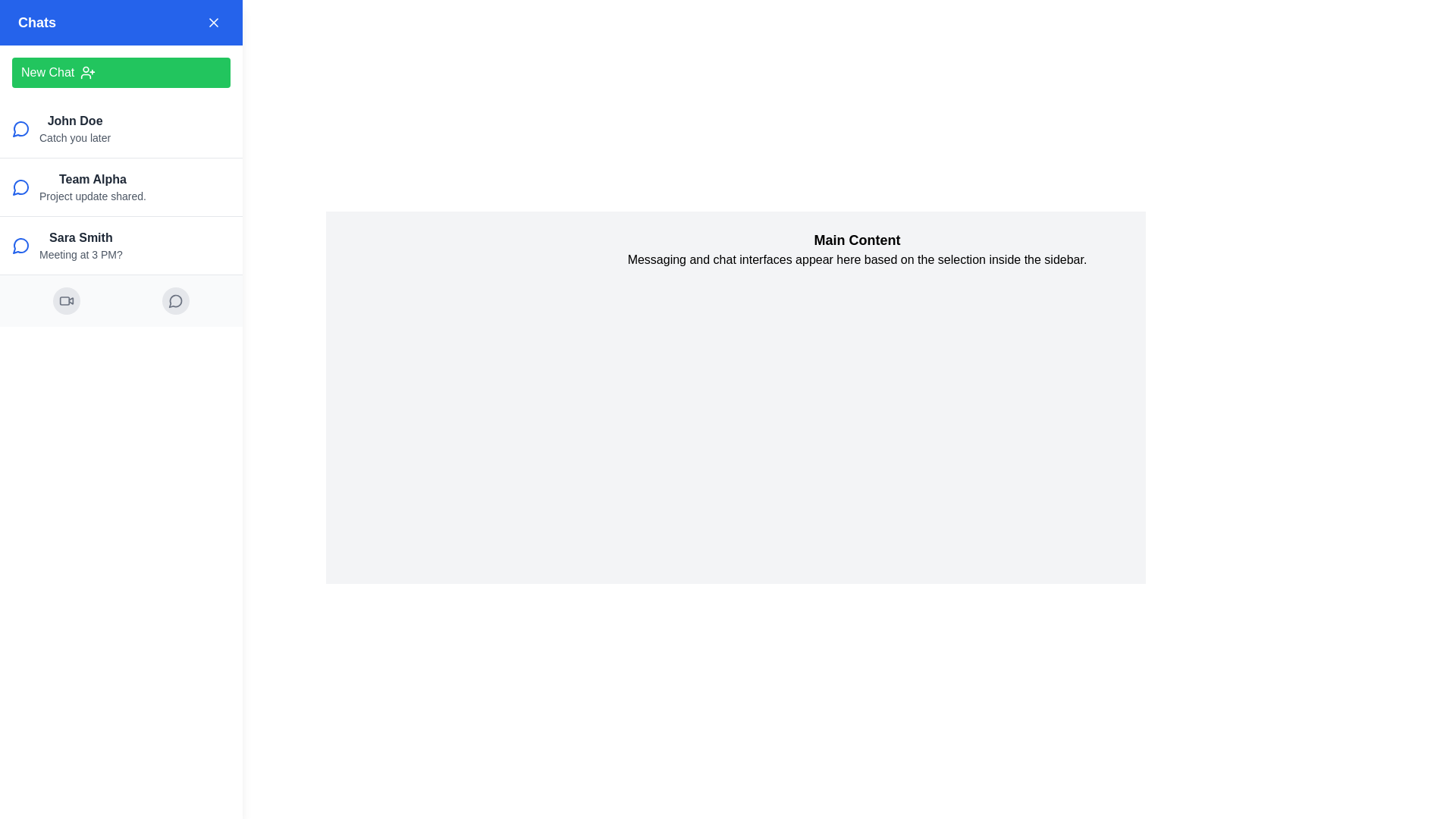 Image resolution: width=1456 pixels, height=819 pixels. Describe the element at coordinates (175, 301) in the screenshot. I see `the SVG Icon button located at the bottom of the sidebar, specifically the second button from the left in the row of circular buttons` at that location.